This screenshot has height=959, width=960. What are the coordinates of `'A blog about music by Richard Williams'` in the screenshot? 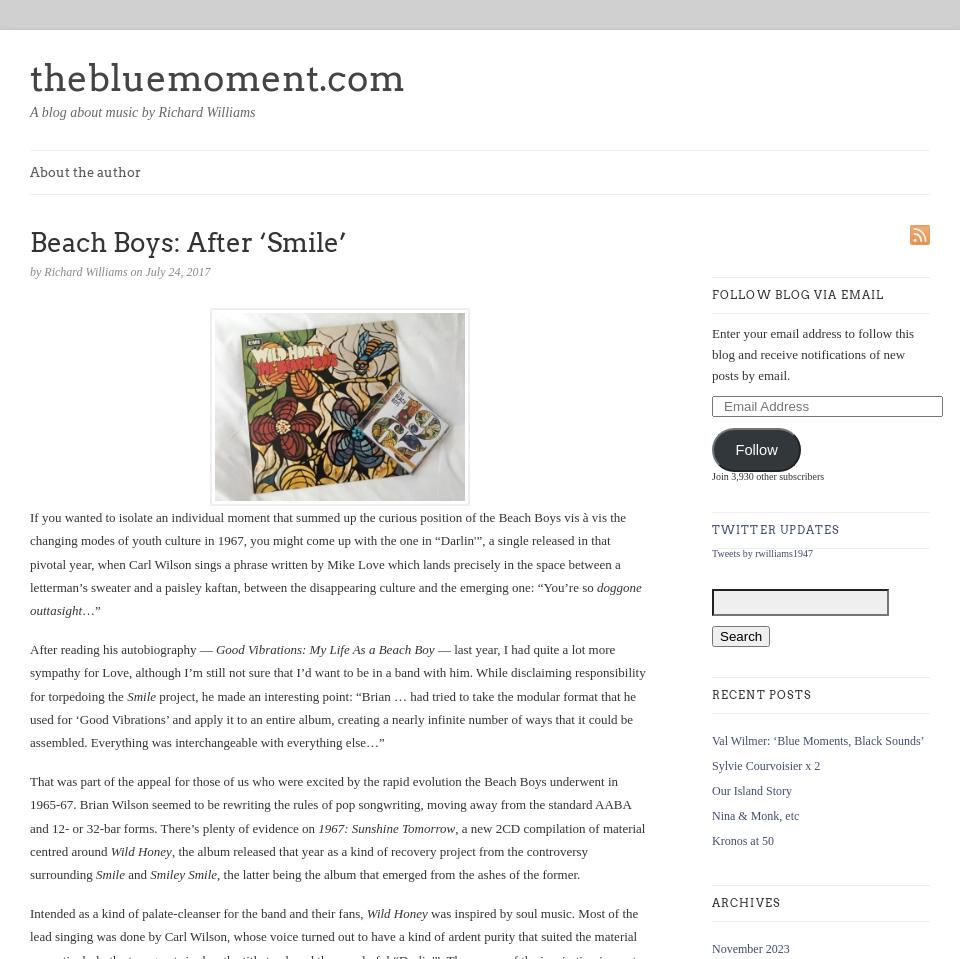 It's located at (141, 112).